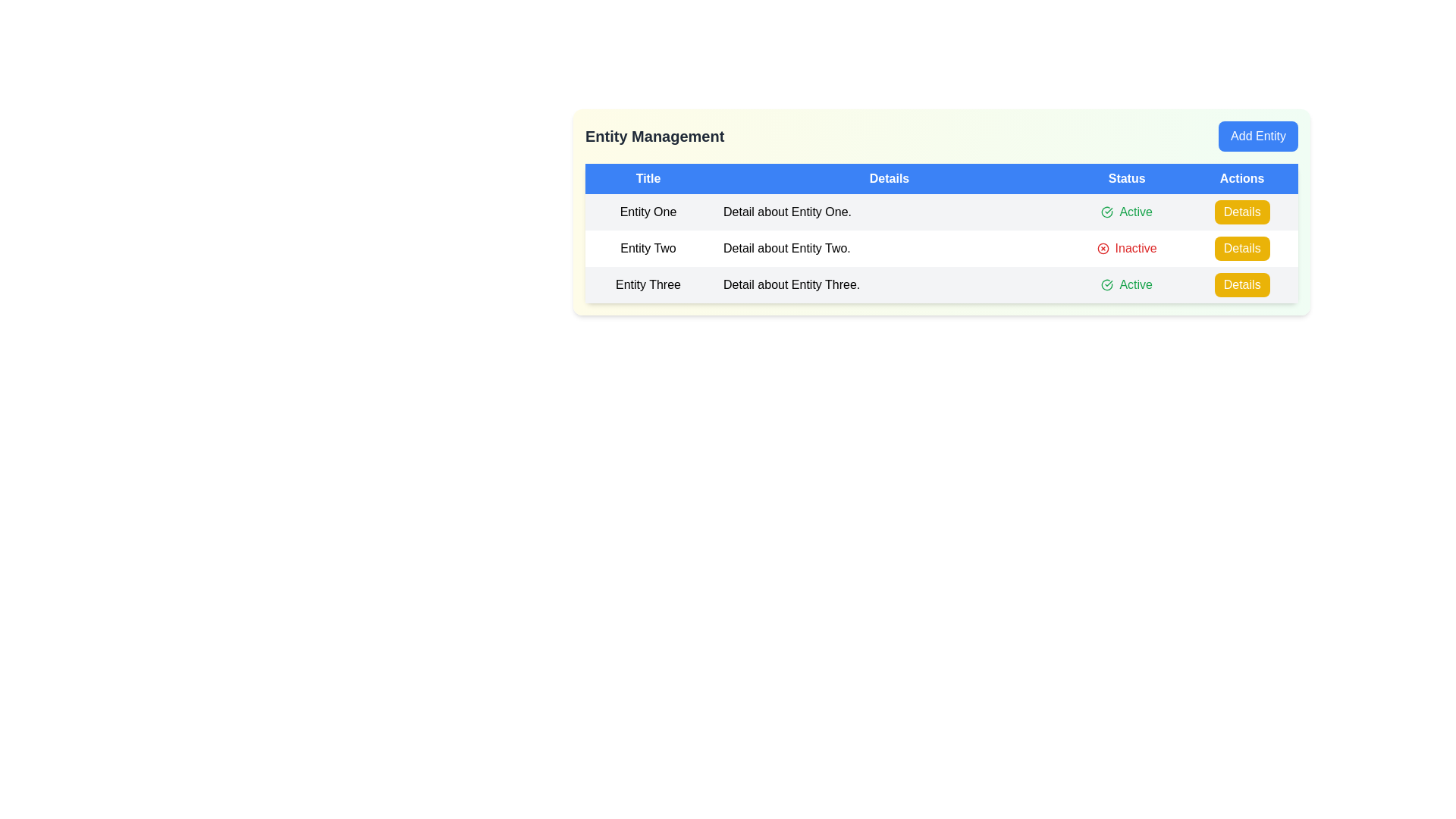 The width and height of the screenshot is (1456, 819). I want to click on the Status Label indicating 'Active' status for 'Entity Three' in the table, so click(1127, 284).